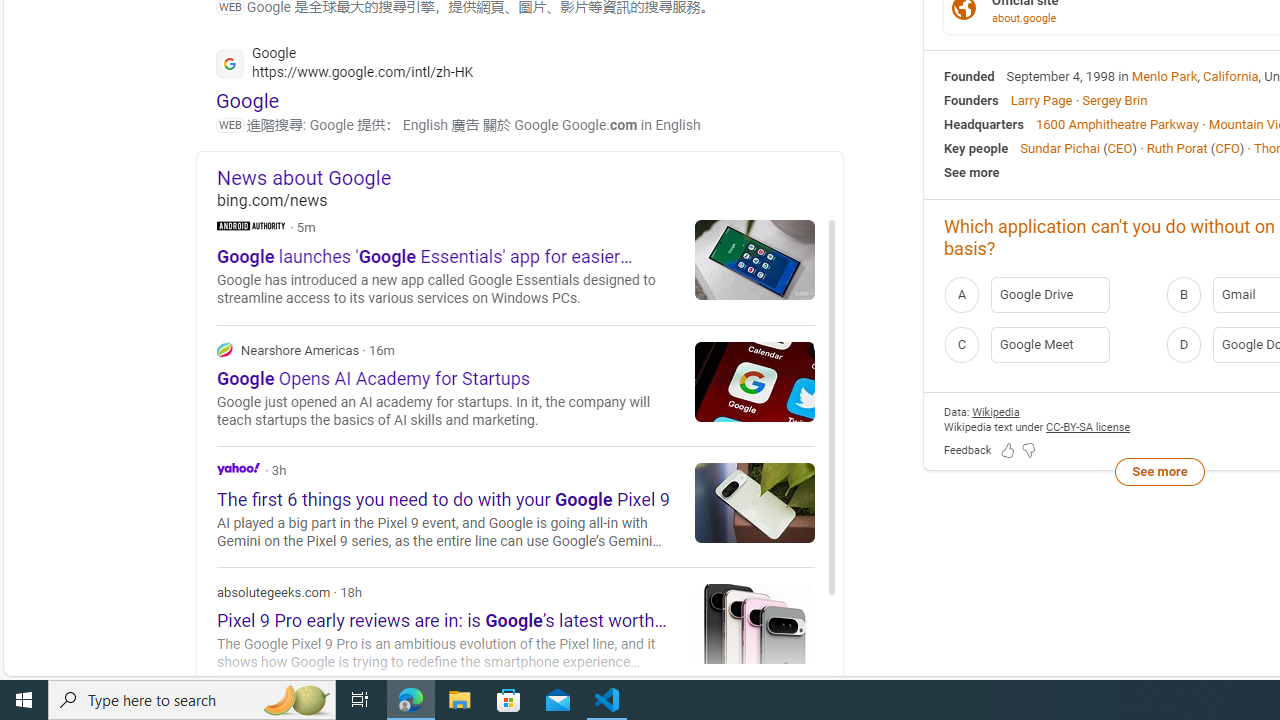 This screenshot has height=720, width=1280. Describe the element at coordinates (1058, 146) in the screenshot. I see `'Sundar Pichai'` at that location.